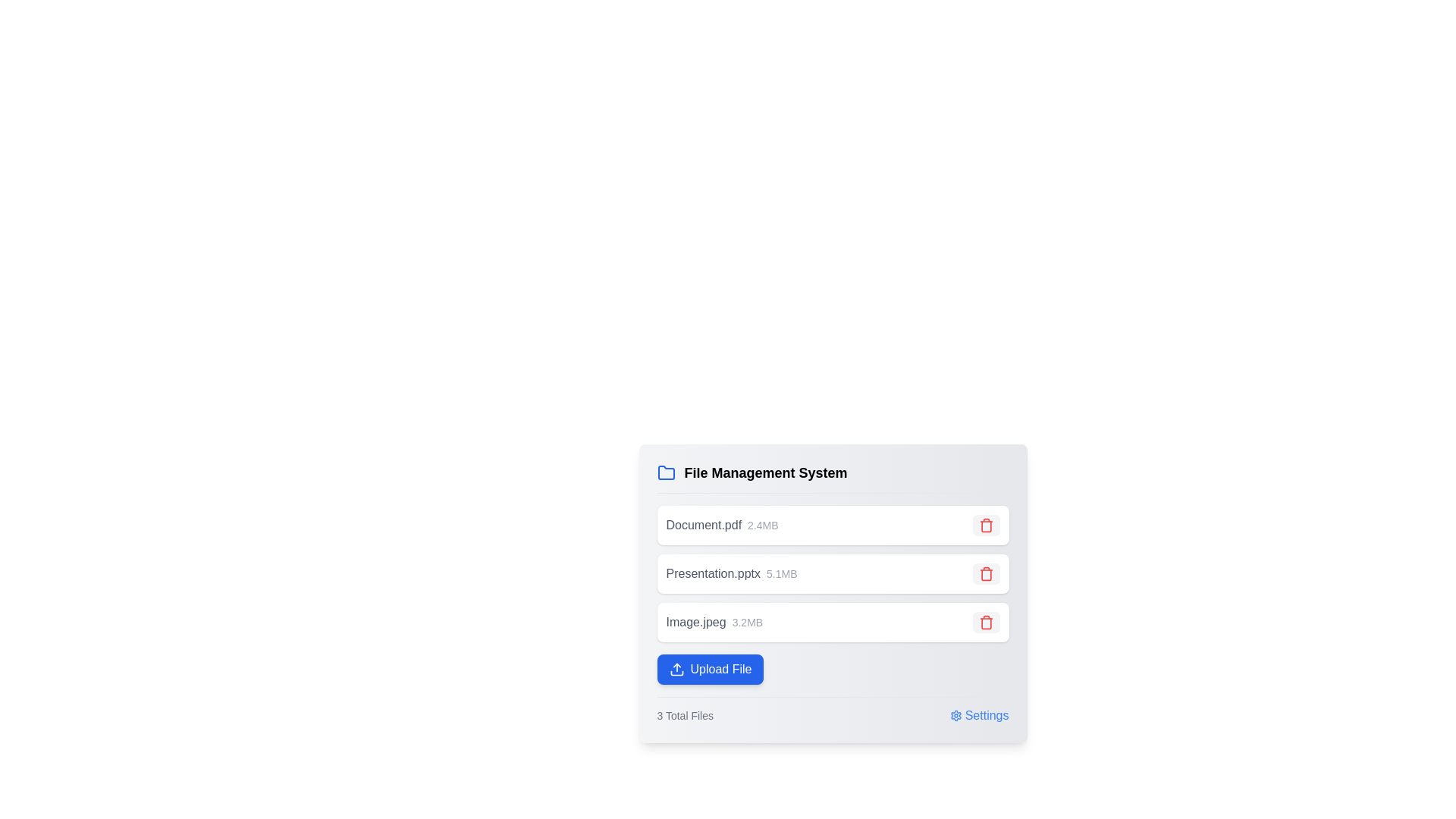 The height and width of the screenshot is (819, 1456). I want to click on the 'Upload File' button which contains a small upload icon with an upward arrow to initiate the file upload process, so click(676, 669).